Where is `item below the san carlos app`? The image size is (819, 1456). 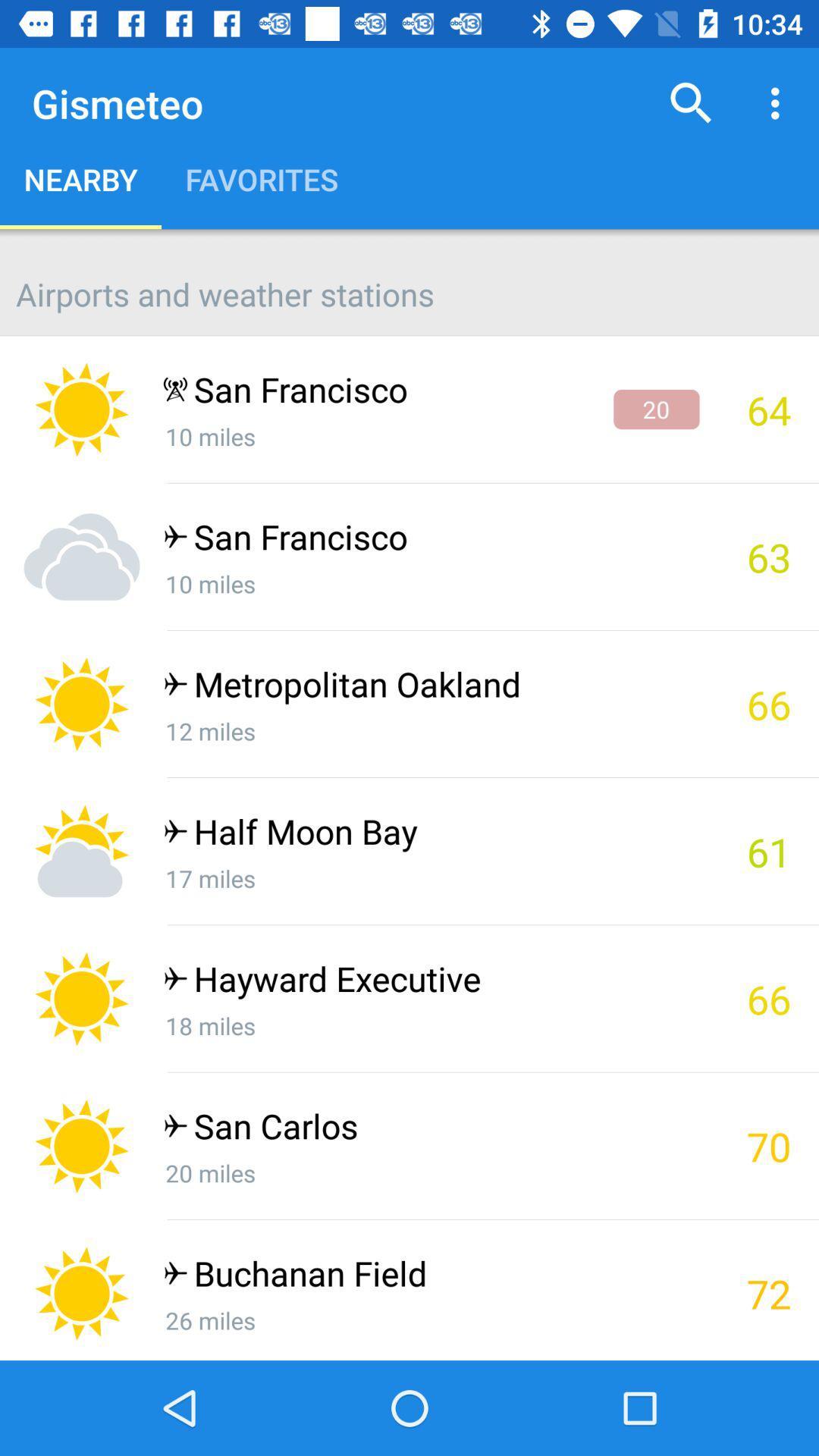 item below the san carlos app is located at coordinates (431, 1172).